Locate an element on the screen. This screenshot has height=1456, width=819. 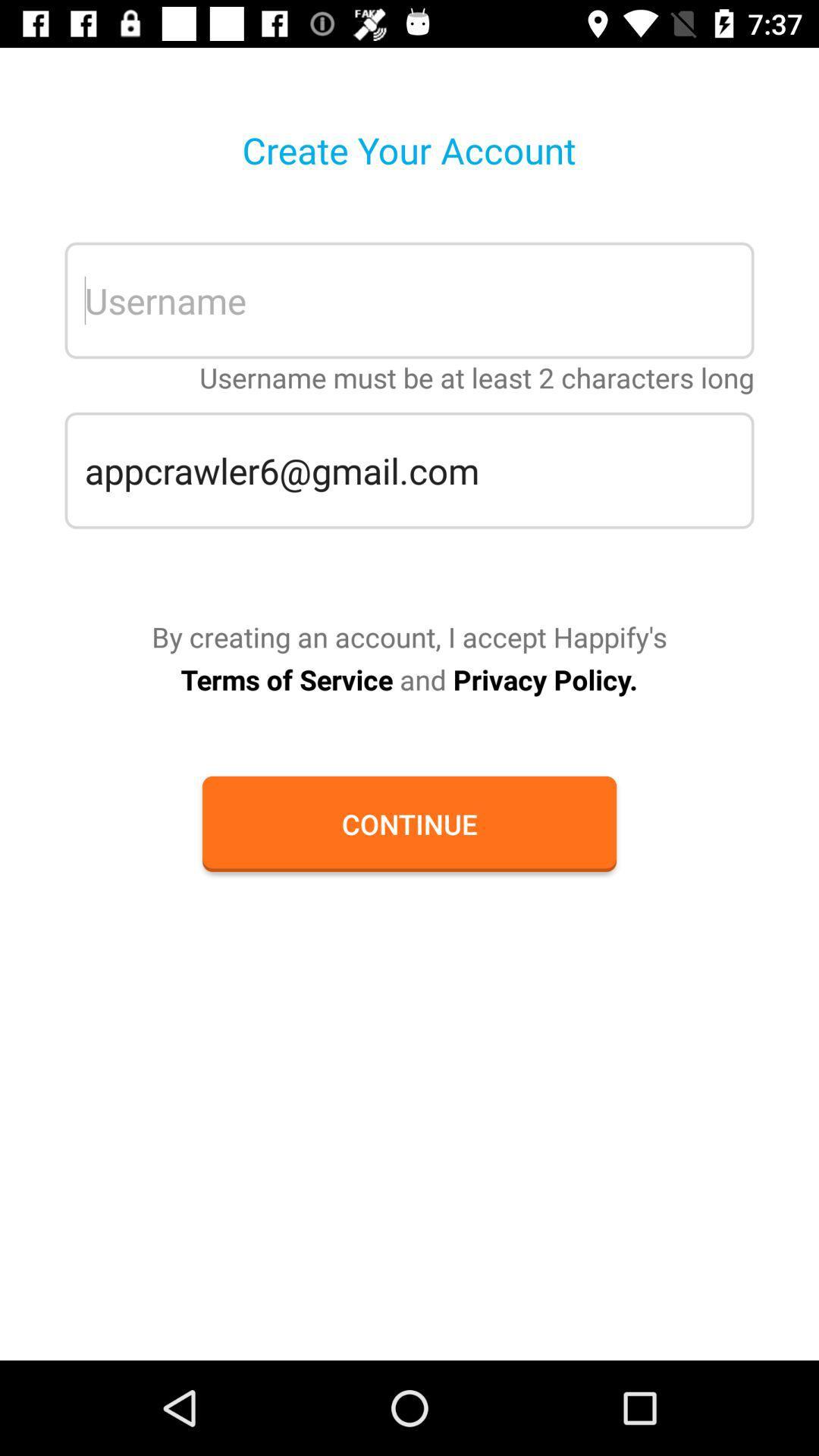
the terms of service item is located at coordinates (408, 679).